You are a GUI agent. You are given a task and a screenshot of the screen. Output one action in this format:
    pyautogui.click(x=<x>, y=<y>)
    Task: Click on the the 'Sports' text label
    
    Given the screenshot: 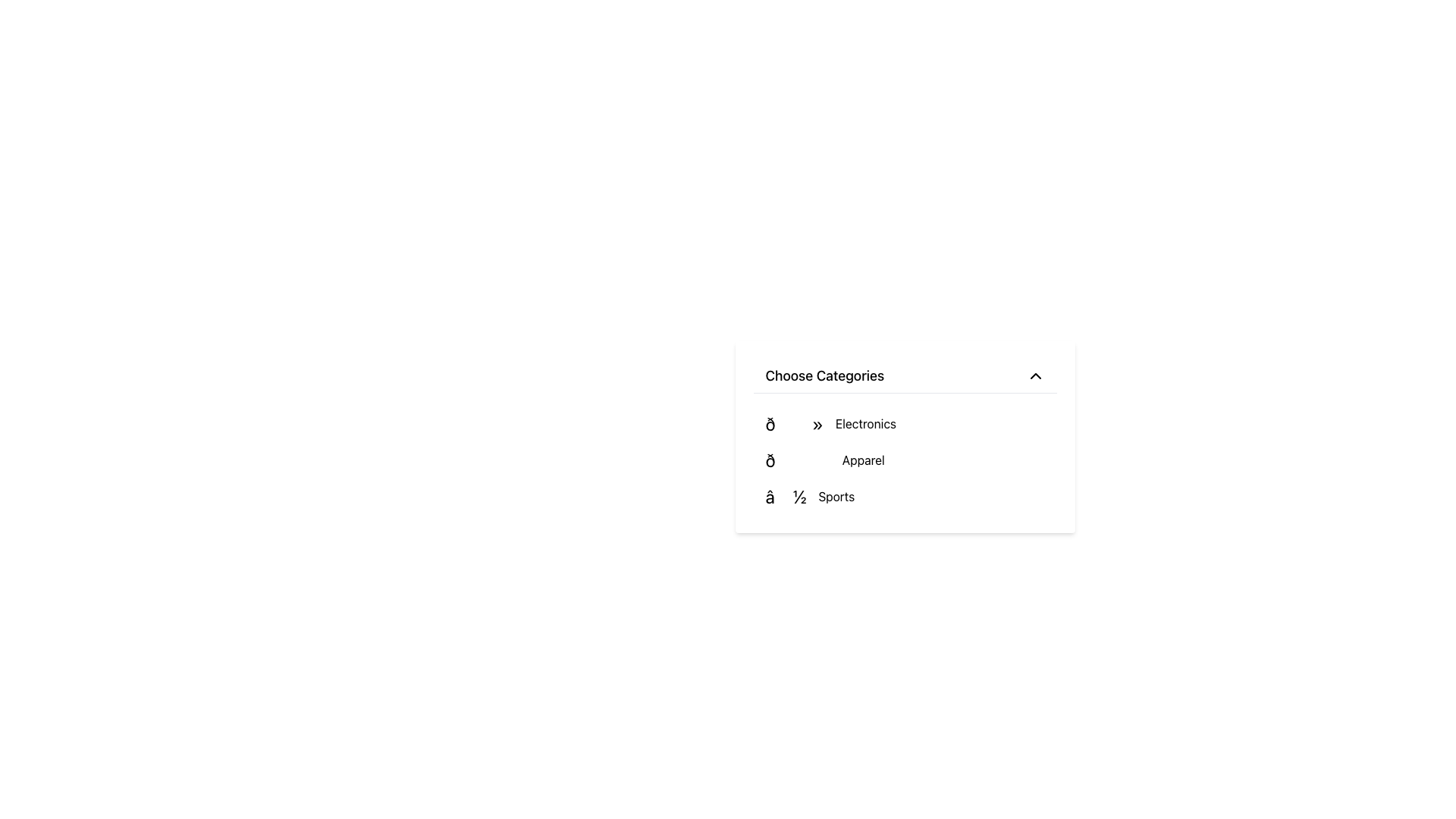 What is the action you would take?
    pyautogui.click(x=836, y=497)
    